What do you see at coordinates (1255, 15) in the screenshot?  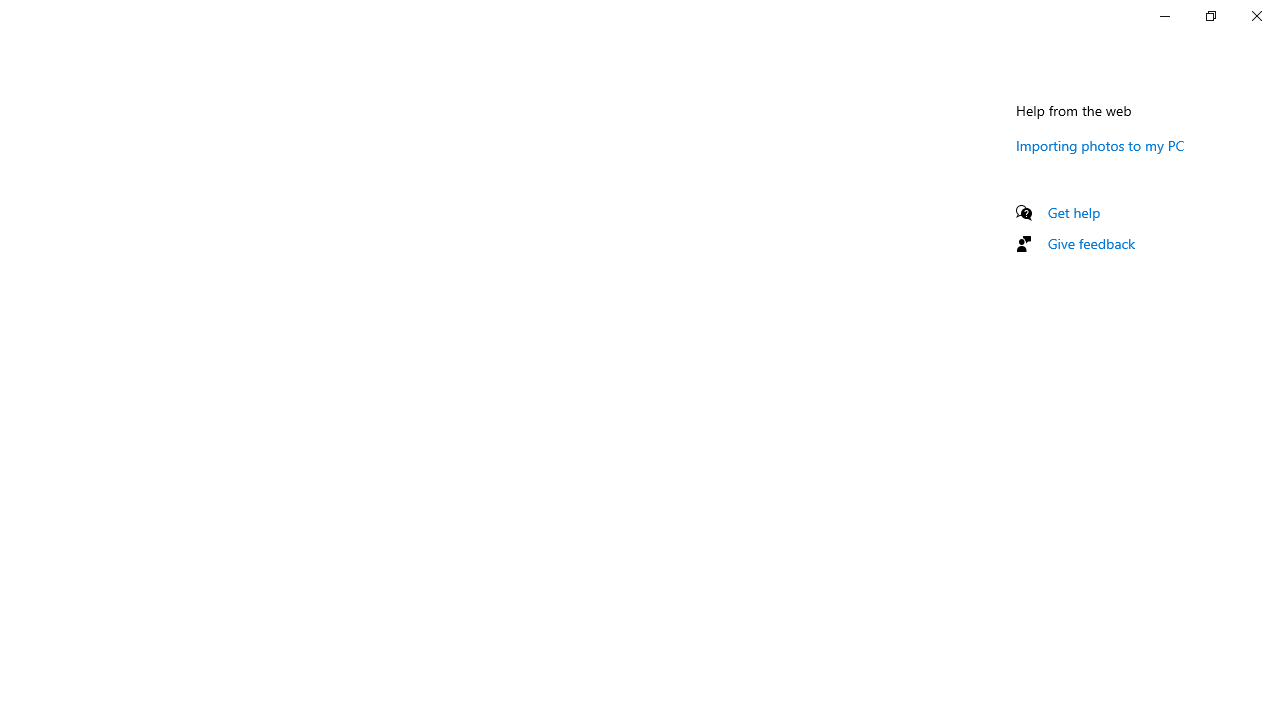 I see `'Close Settings'` at bounding box center [1255, 15].